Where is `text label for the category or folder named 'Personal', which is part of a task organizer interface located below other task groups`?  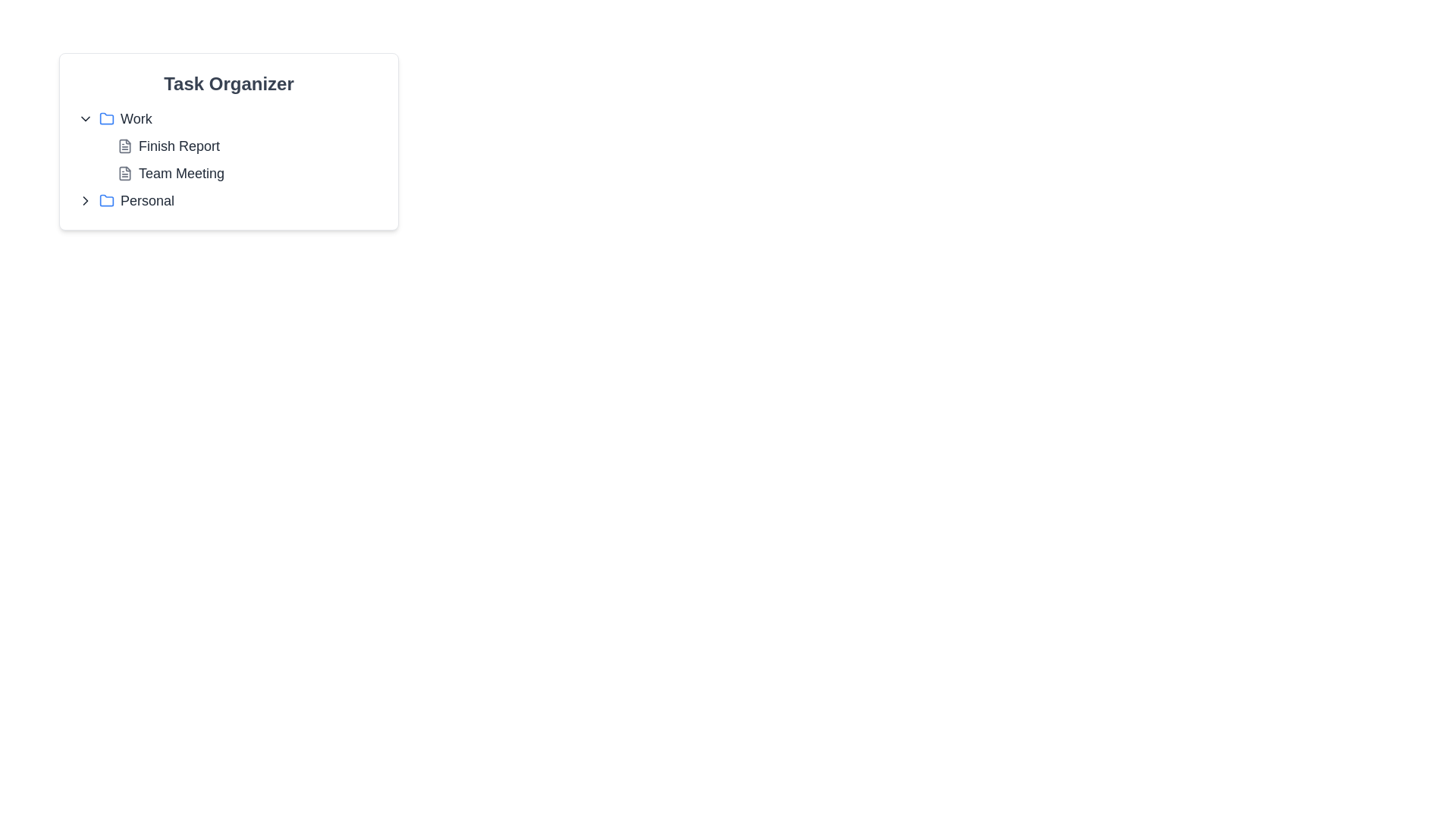 text label for the category or folder named 'Personal', which is part of a task organizer interface located below other task groups is located at coordinates (147, 200).